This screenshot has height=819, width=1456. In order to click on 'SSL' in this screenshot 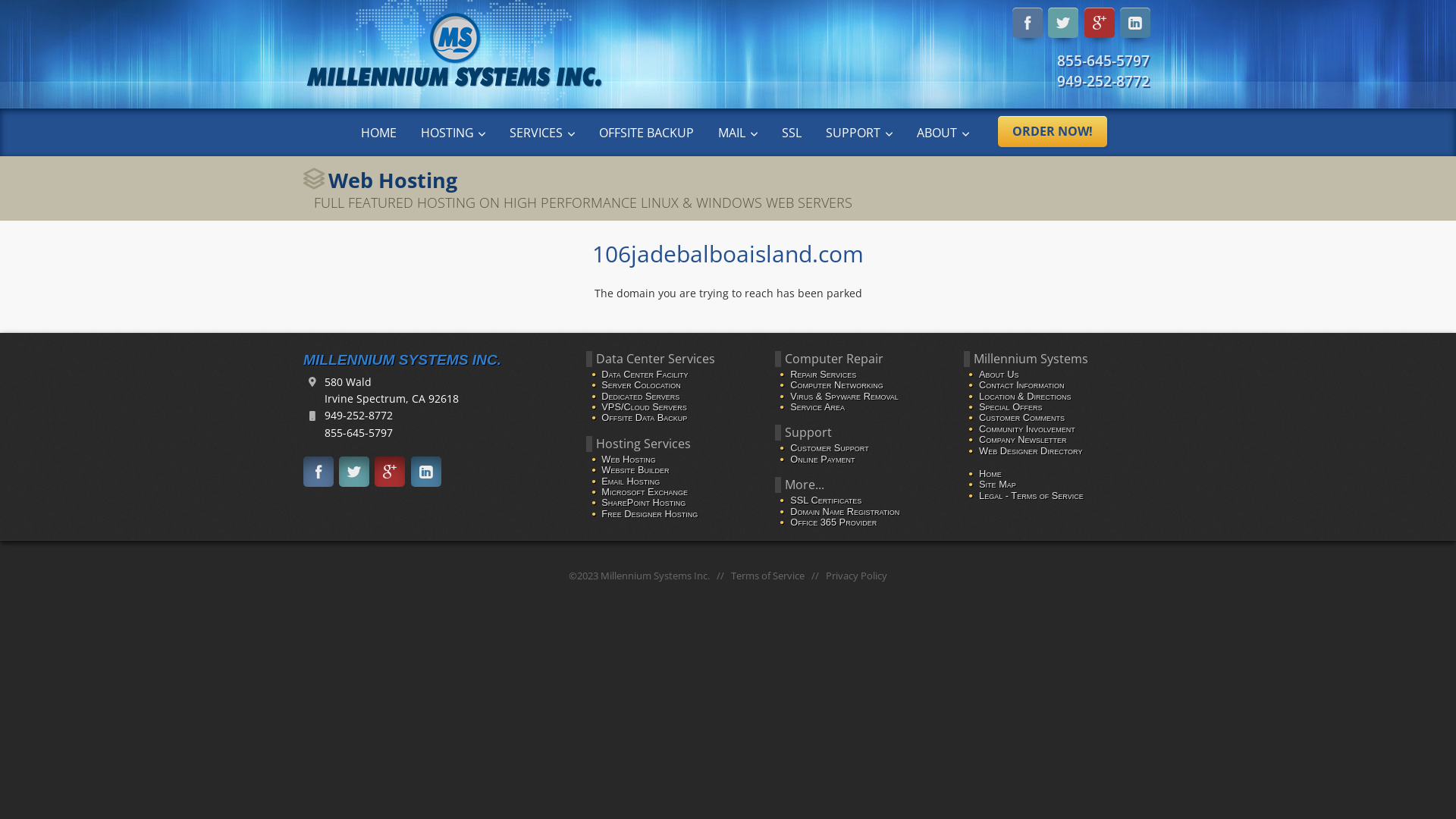, I will do `click(790, 131)`.